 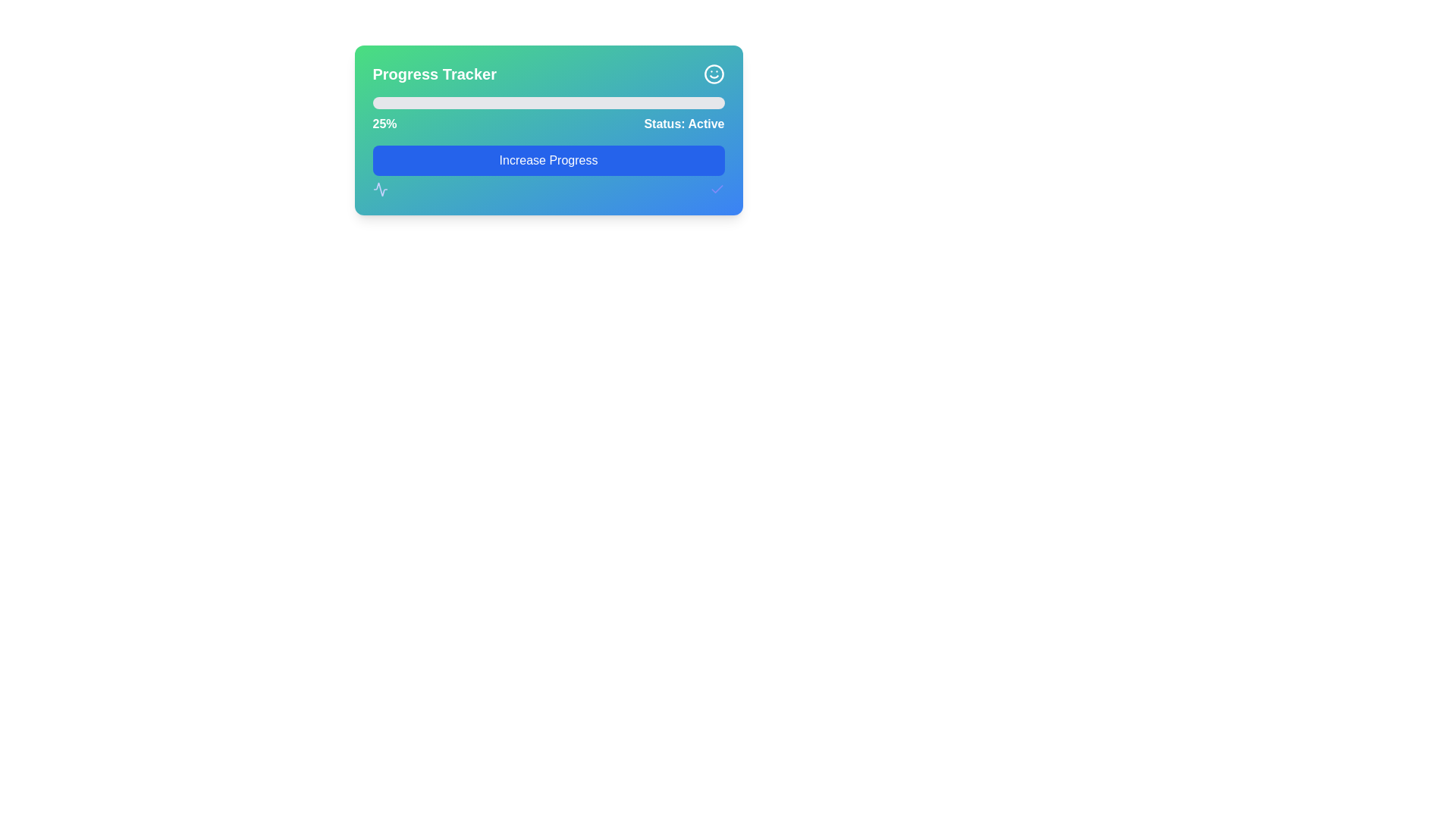 I want to click on the Progress Bar Segment within the 'Progress Tracker' interface, so click(x=416, y=102).